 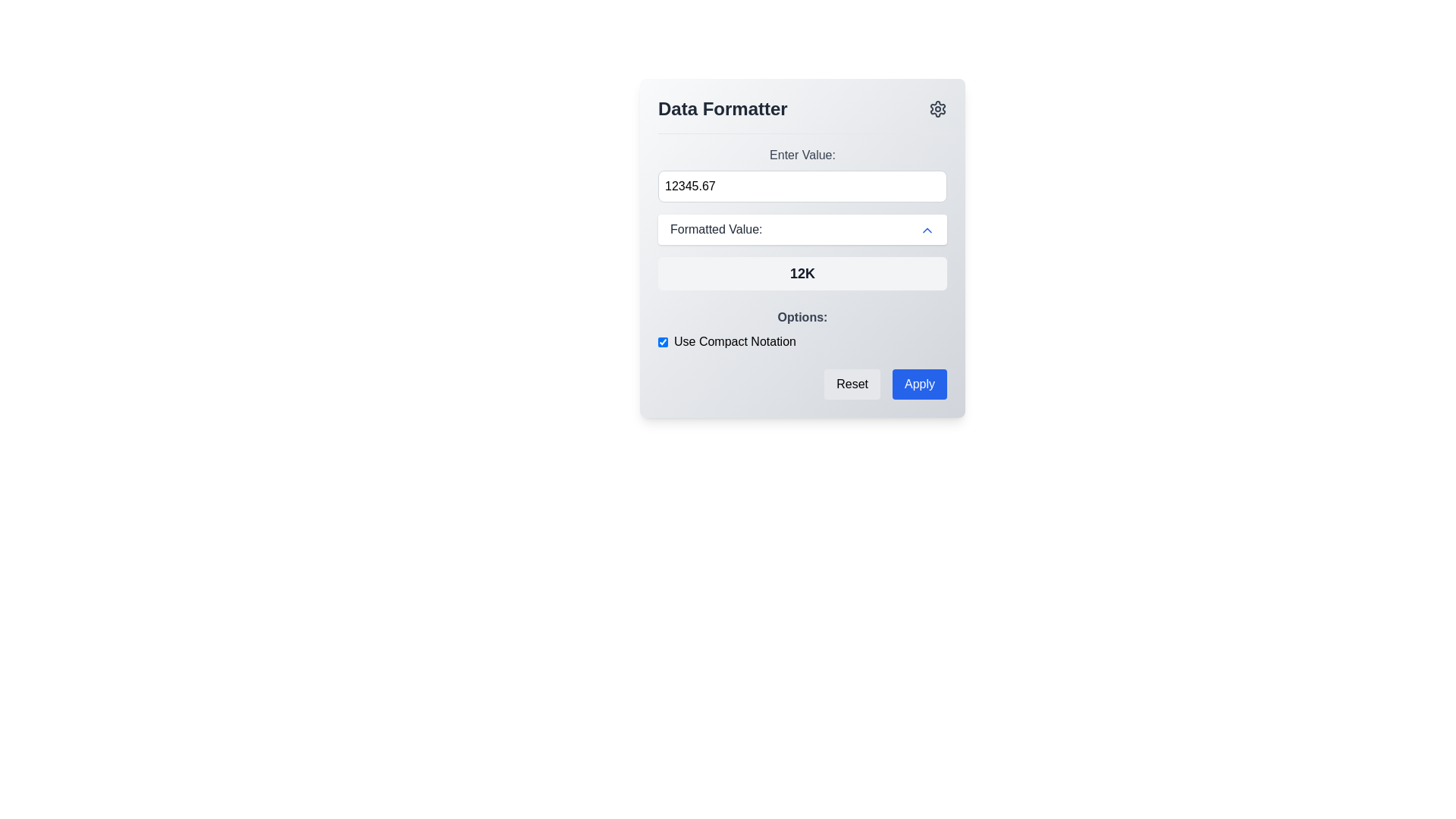 What do you see at coordinates (919, 383) in the screenshot?
I see `the 'Apply' button` at bounding box center [919, 383].